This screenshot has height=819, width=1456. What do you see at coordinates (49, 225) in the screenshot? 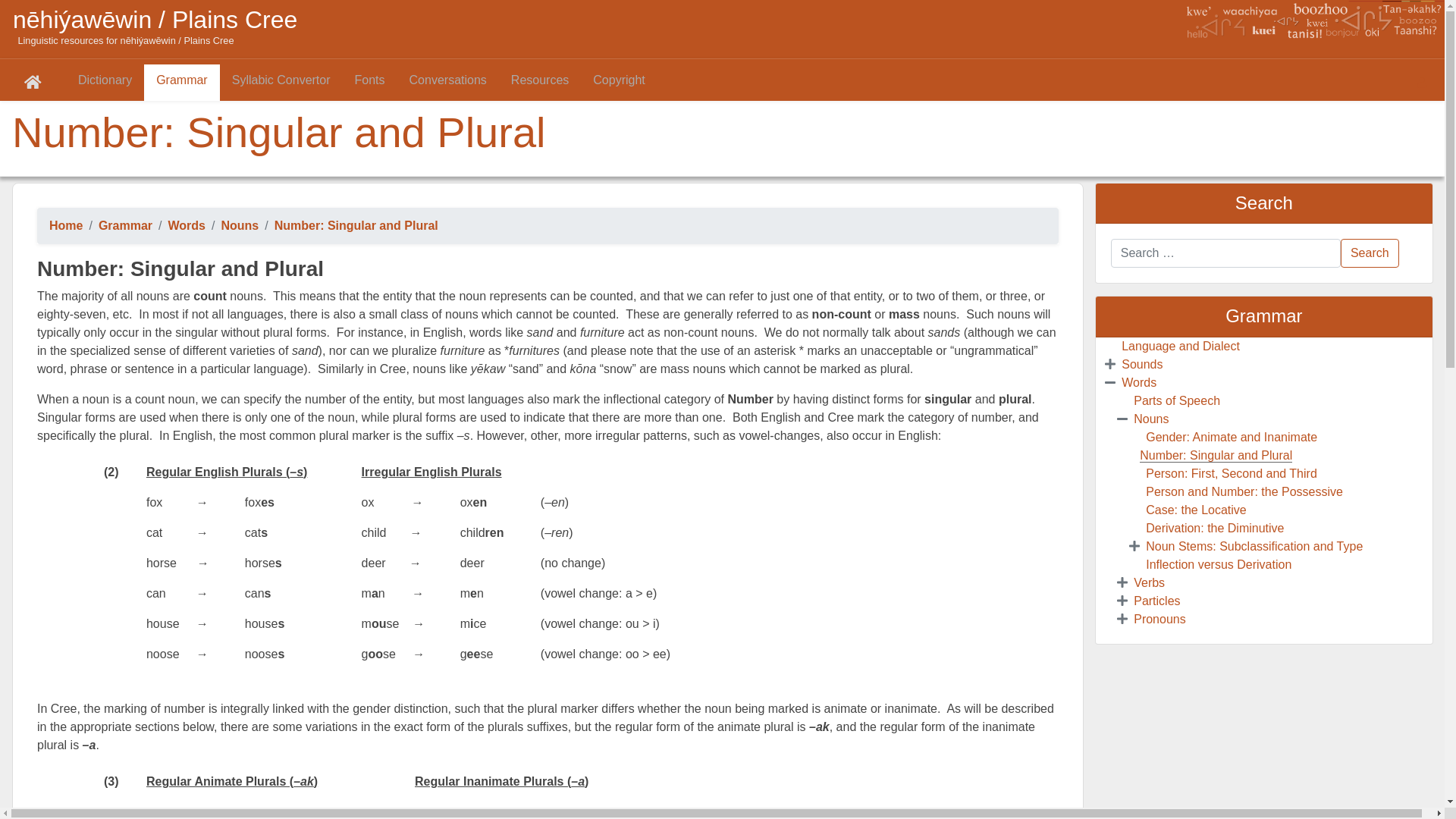
I see `'Home'` at bounding box center [49, 225].